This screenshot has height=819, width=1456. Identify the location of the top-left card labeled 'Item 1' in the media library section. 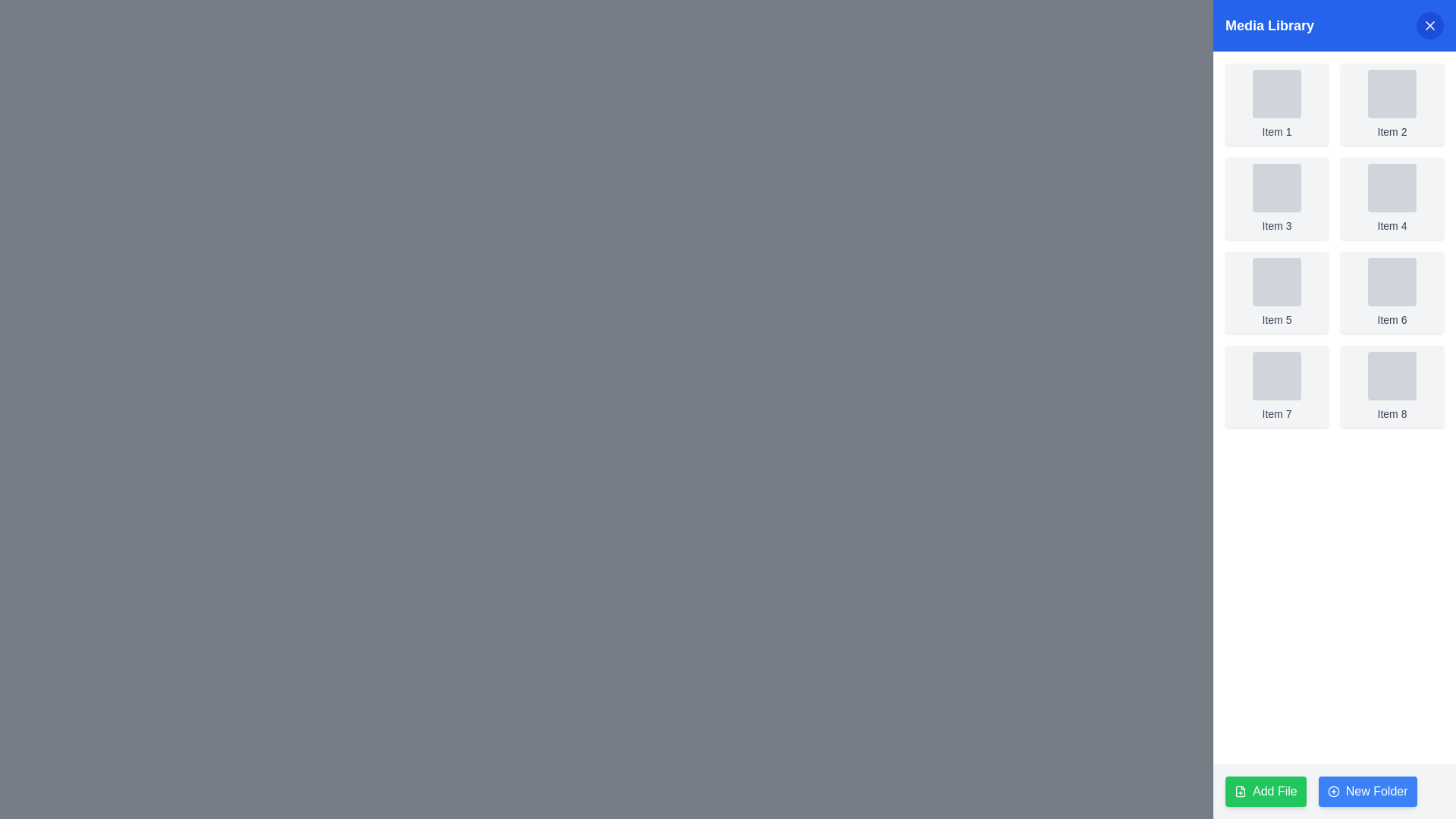
(1276, 104).